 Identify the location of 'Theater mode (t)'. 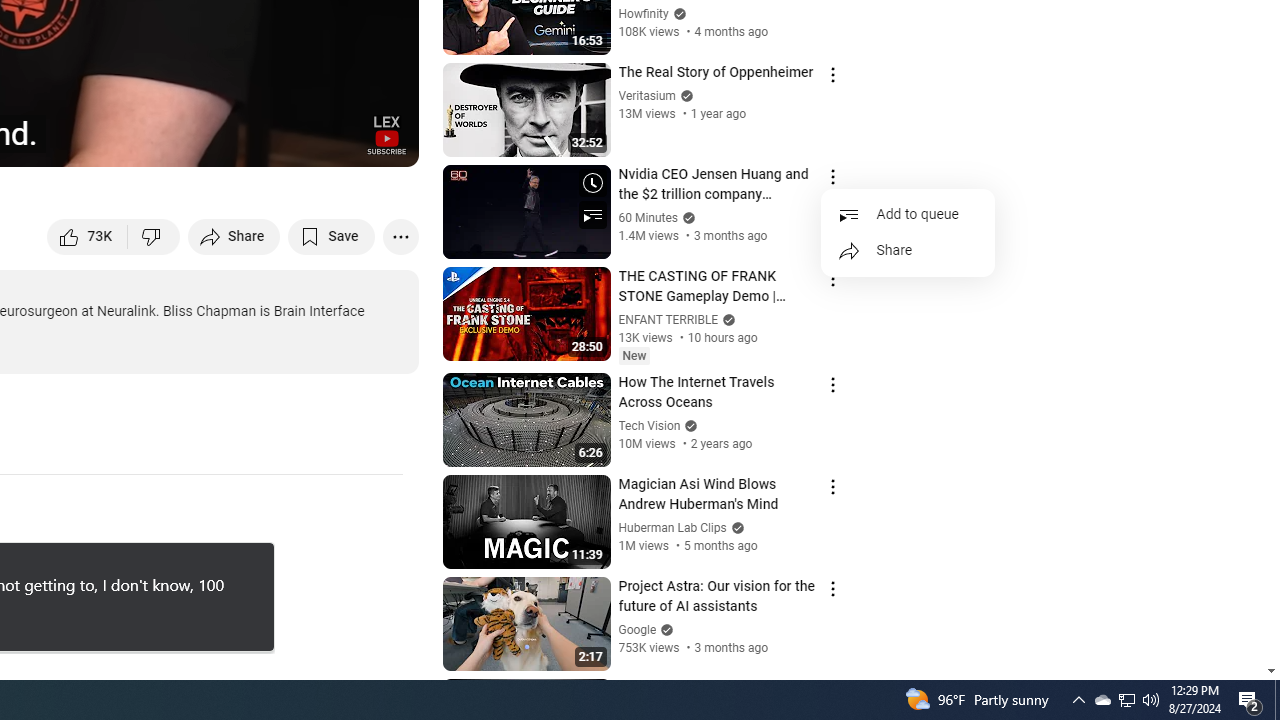
(334, 141).